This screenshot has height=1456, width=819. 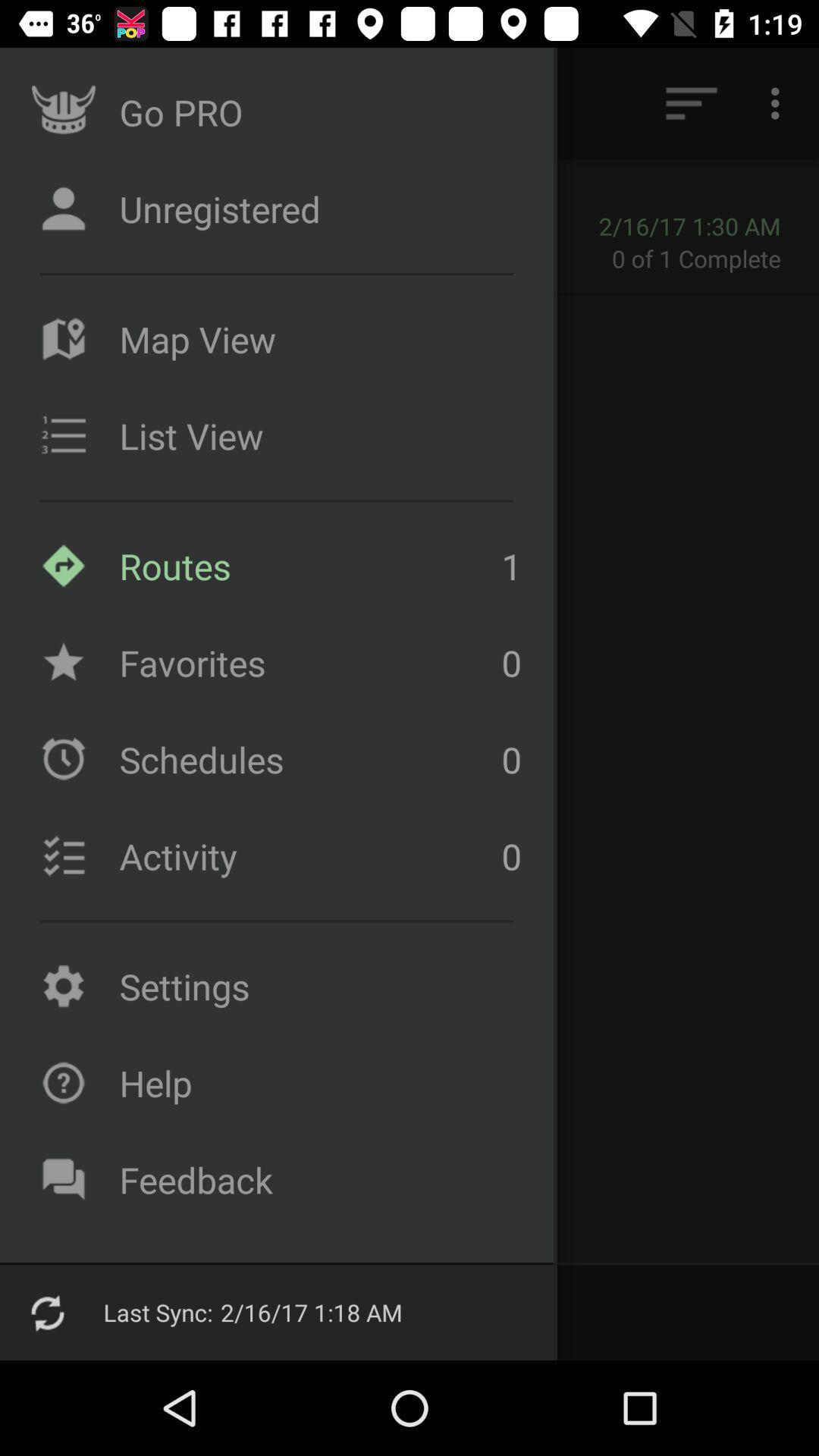 I want to click on icon to the left of the 0, so click(x=306, y=856).